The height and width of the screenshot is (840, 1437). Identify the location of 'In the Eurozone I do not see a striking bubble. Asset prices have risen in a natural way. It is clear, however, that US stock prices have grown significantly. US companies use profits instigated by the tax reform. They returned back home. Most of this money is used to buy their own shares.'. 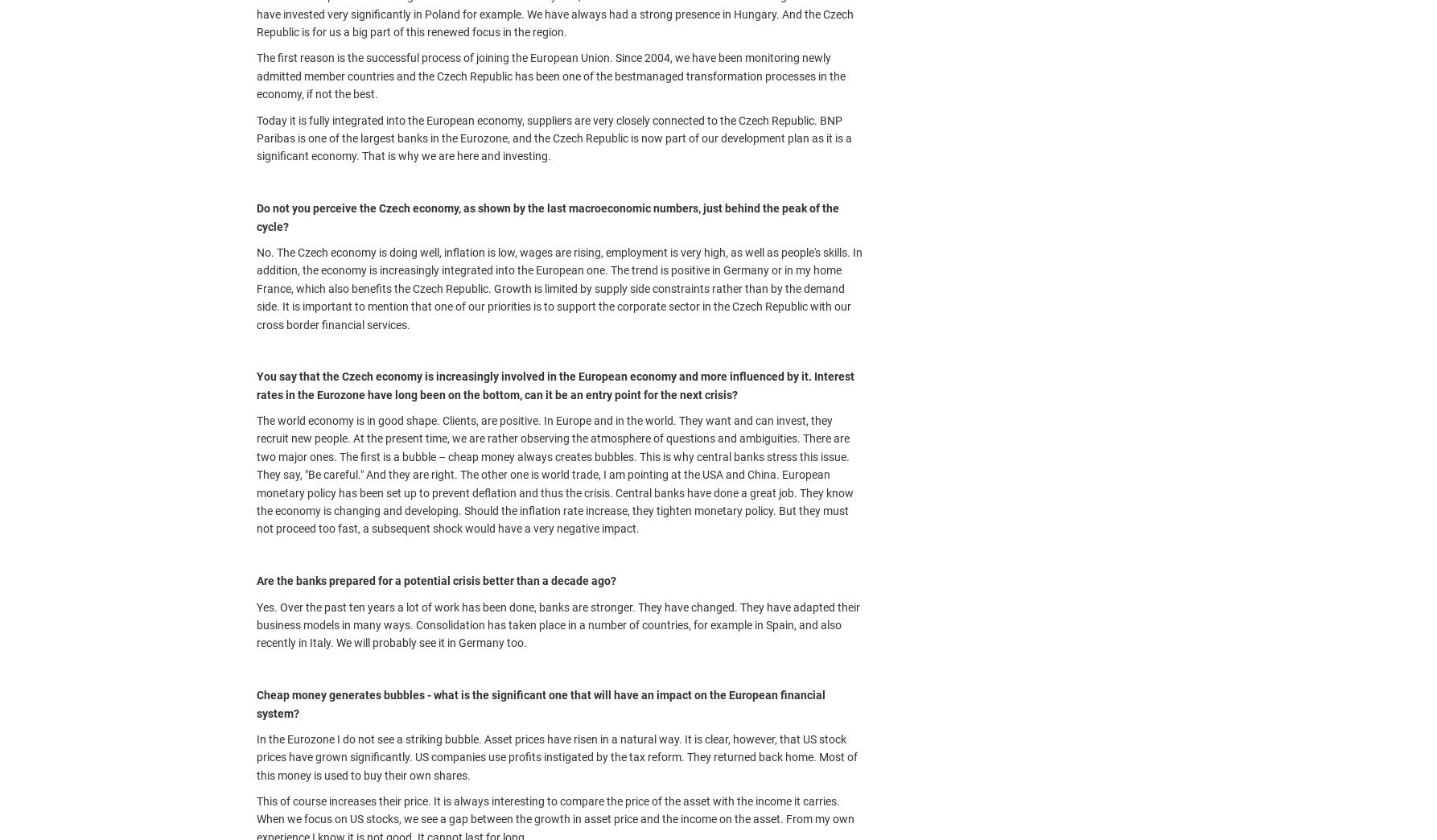
(256, 756).